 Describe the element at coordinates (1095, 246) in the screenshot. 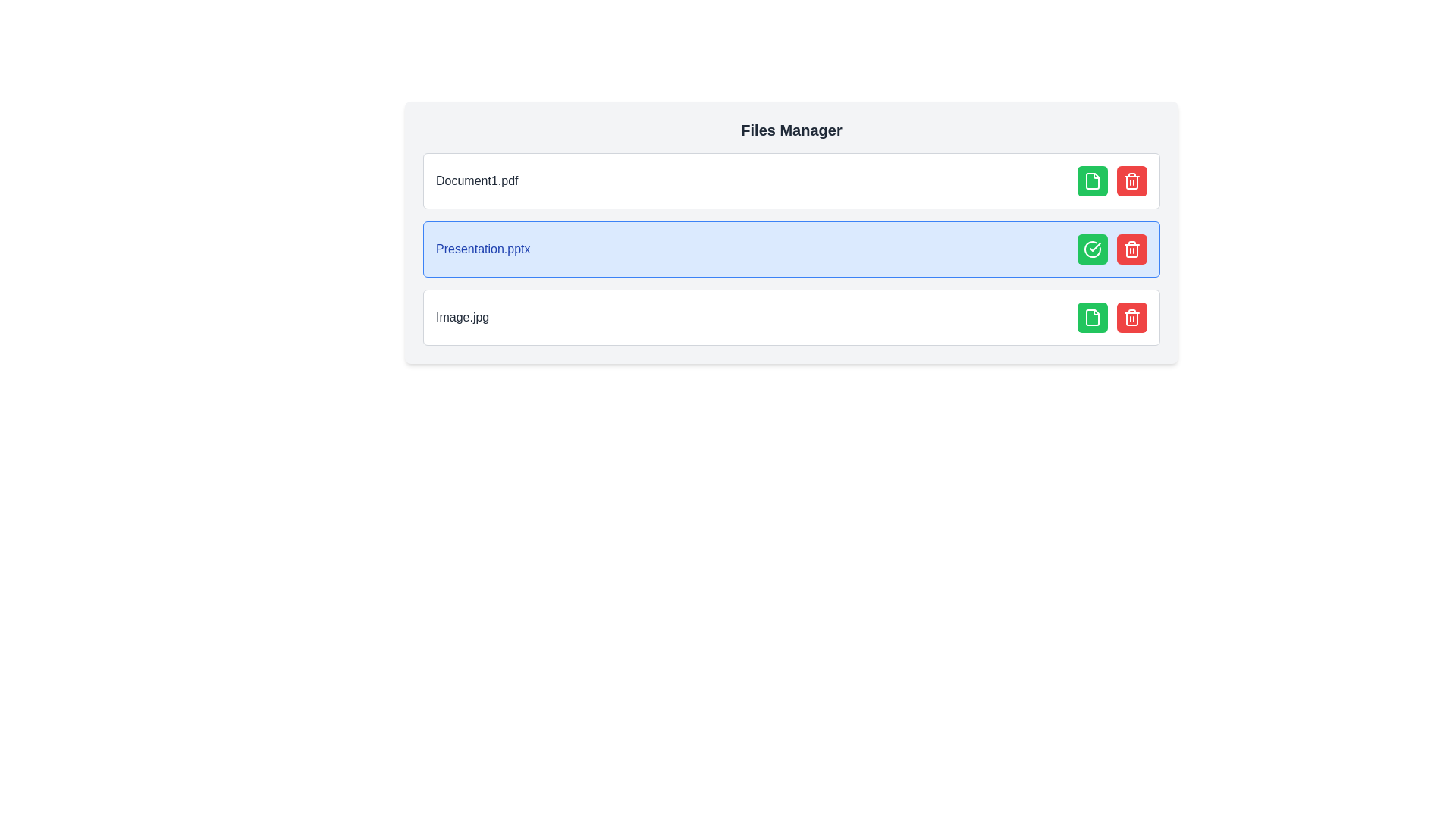

I see `the green checkmark symbol embedded within the circular icon associated with the entry 'Presentation.pptx' in the file manager interface` at that location.